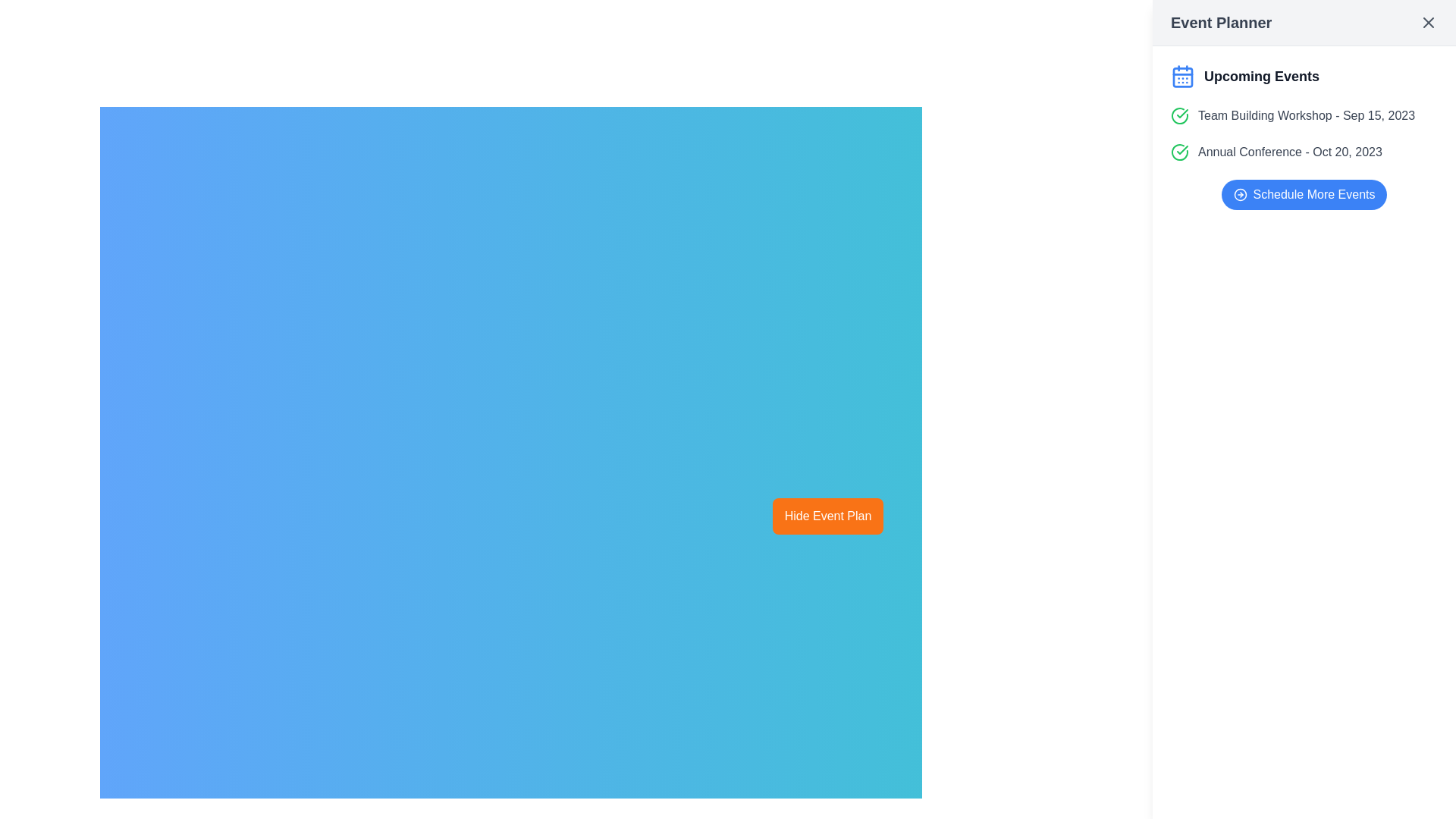 The height and width of the screenshot is (819, 1456). I want to click on the Text Header in the 'Event Planner' sidebar that serves as the title for the upcoming events list, so click(1262, 76).